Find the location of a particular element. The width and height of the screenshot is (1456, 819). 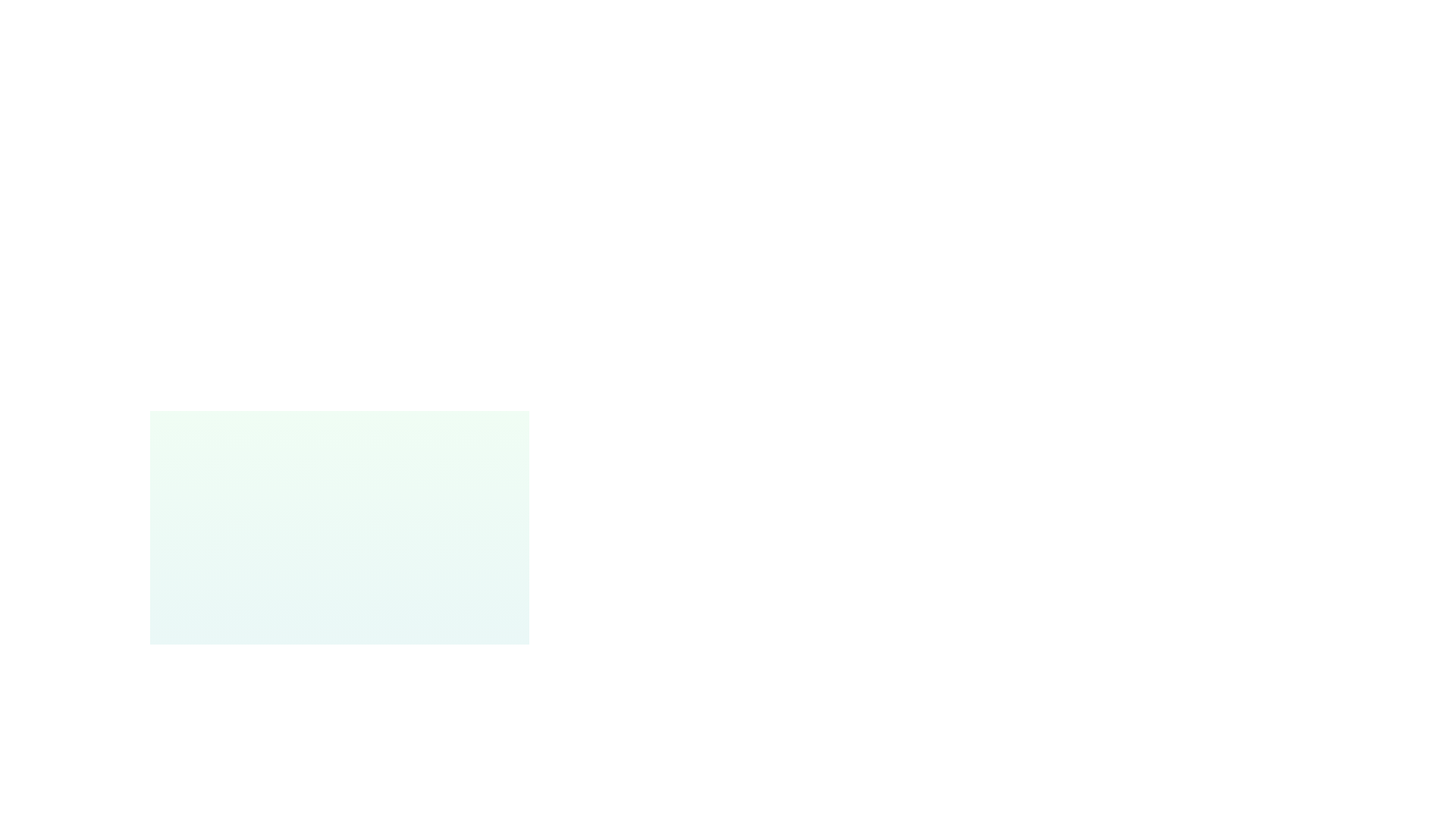

the notification icon to acknowledge the alert is located at coordinates (196, 741).